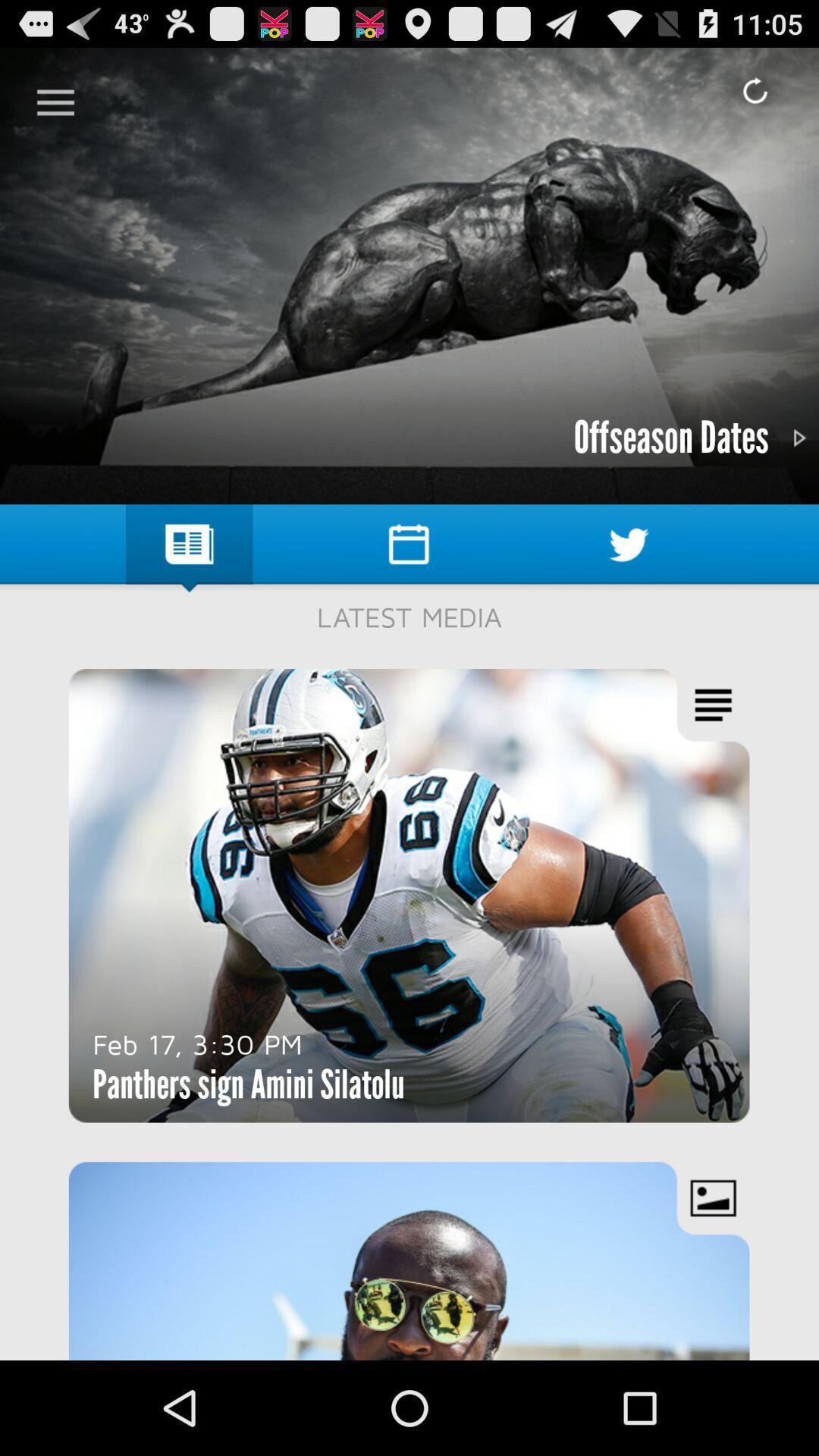 This screenshot has width=819, height=1456. Describe the element at coordinates (409, 896) in the screenshot. I see `second image from top` at that location.